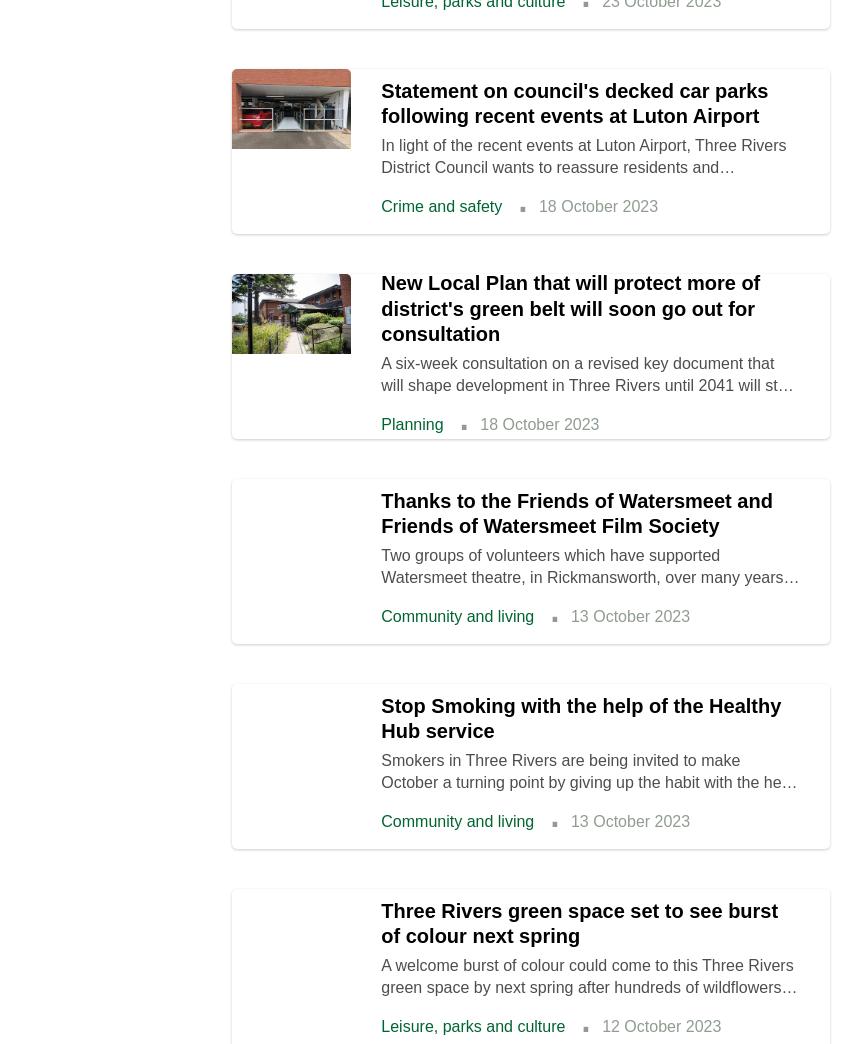  Describe the element at coordinates (473, 1026) in the screenshot. I see `'Leisure, parks and culture'` at that location.